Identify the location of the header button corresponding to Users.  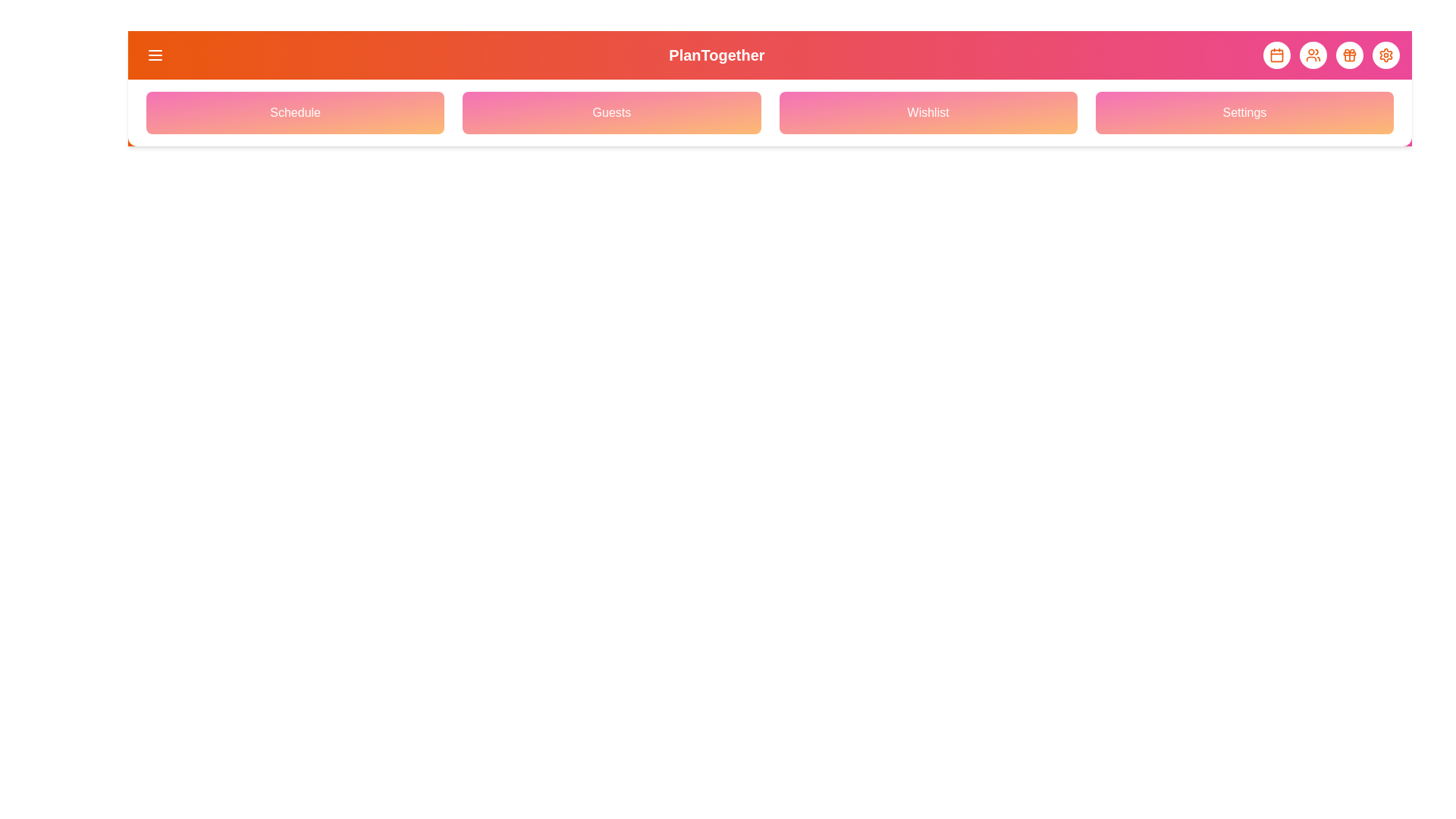
(1313, 55).